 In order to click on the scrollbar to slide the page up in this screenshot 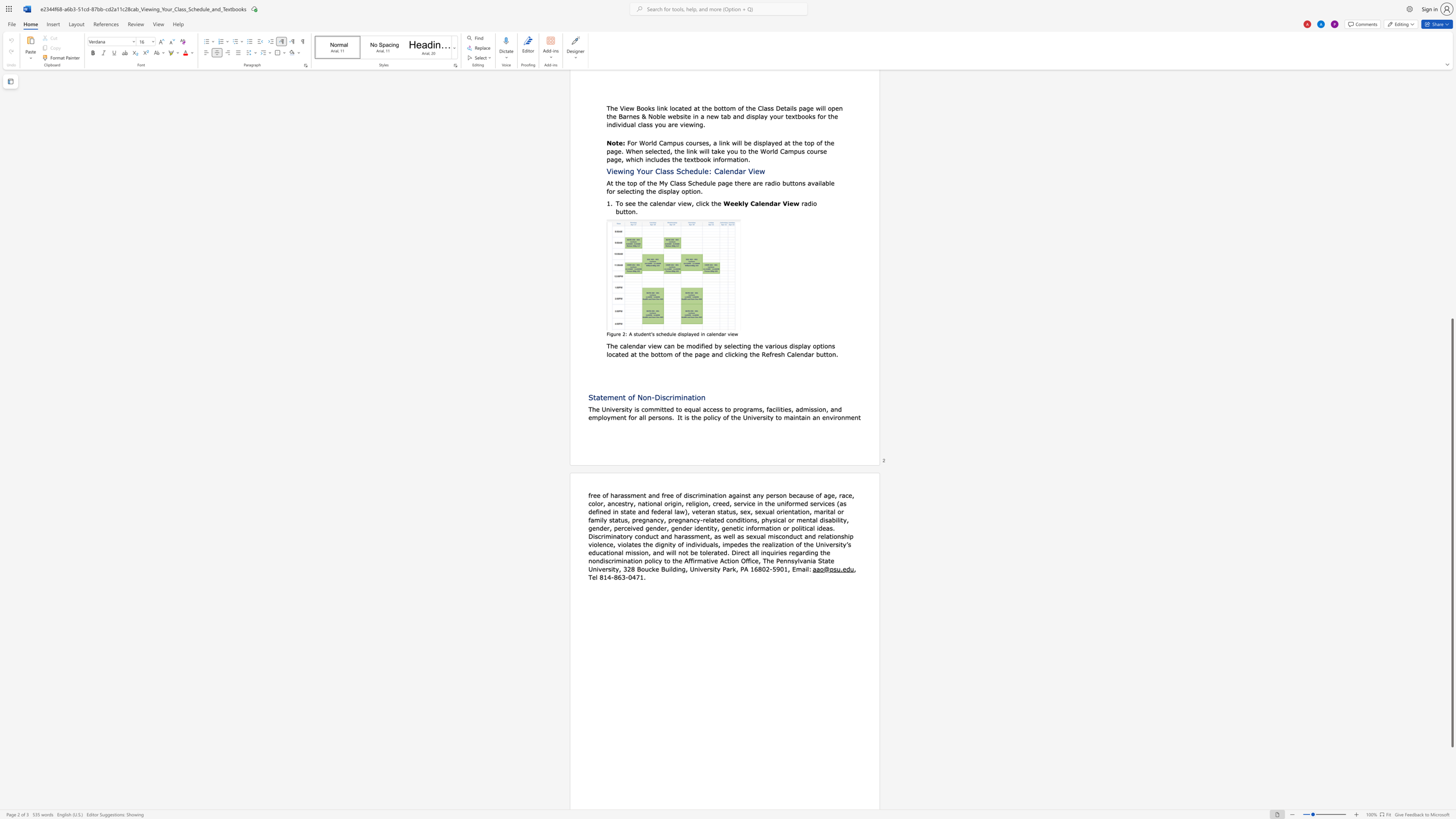, I will do `click(1451, 219)`.